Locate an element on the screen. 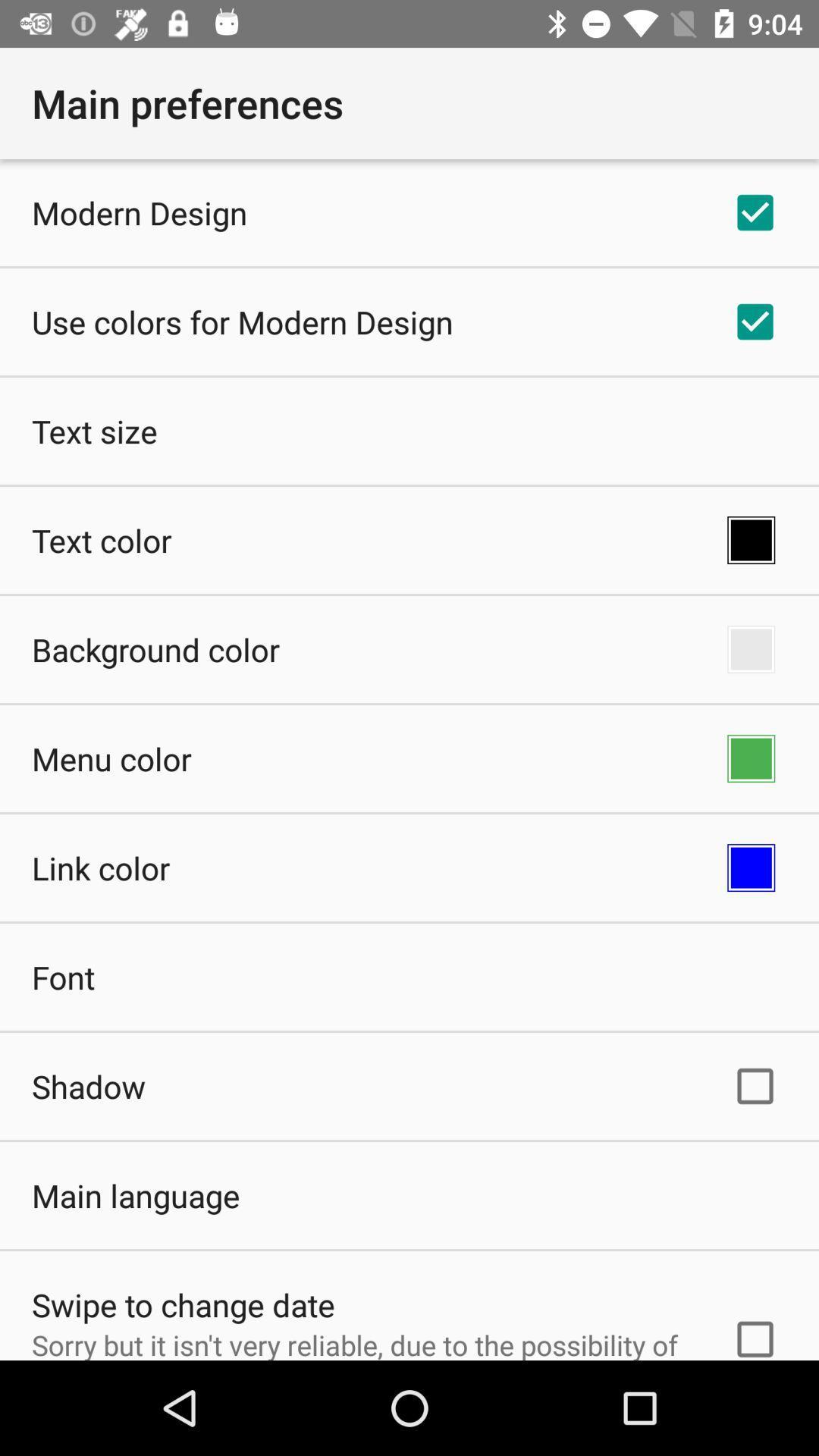 This screenshot has height=1456, width=819. the app to the right of menu color icon is located at coordinates (751, 758).